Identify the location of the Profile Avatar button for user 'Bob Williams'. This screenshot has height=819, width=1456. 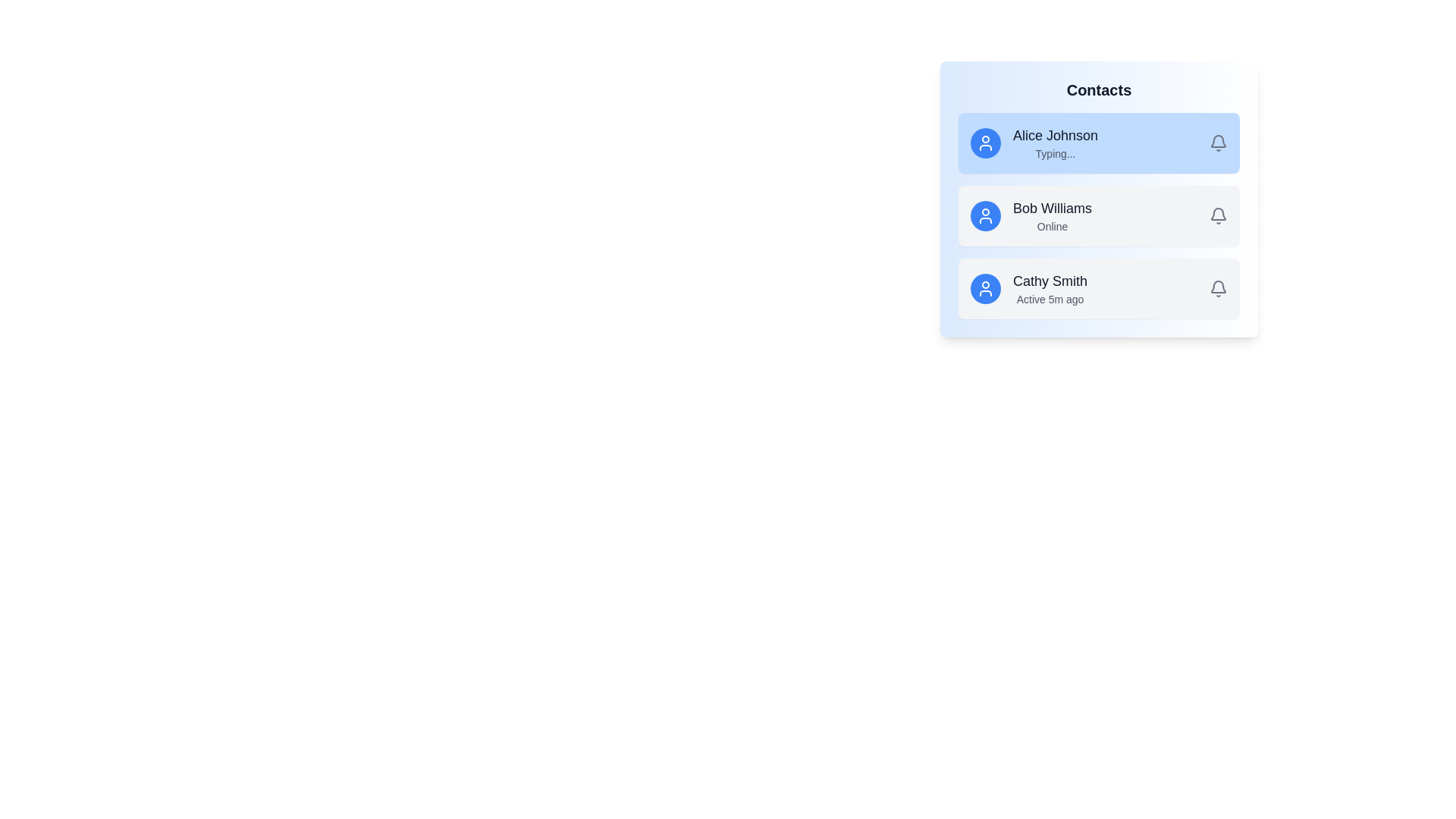
(986, 216).